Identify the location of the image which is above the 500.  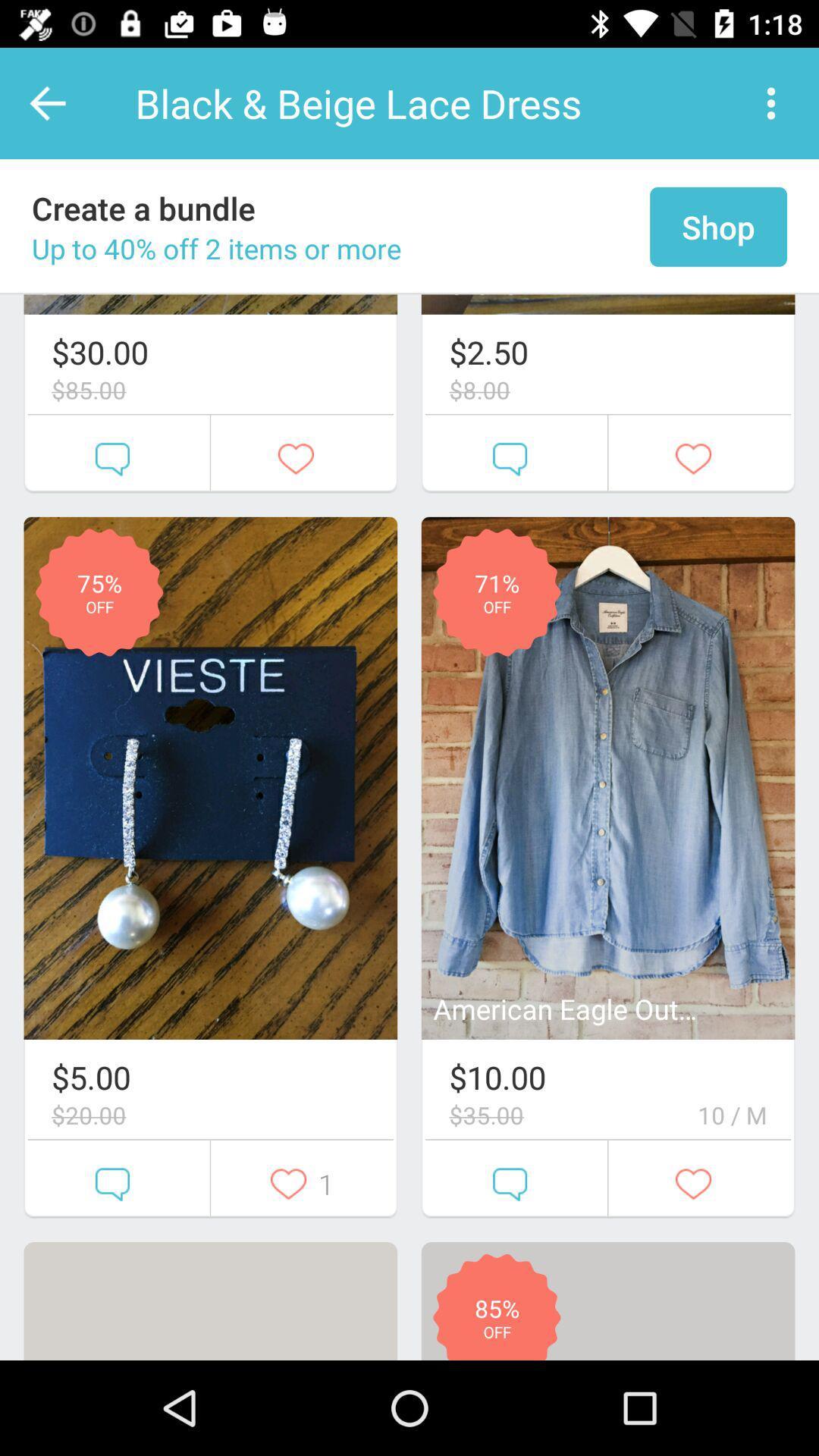
(210, 778).